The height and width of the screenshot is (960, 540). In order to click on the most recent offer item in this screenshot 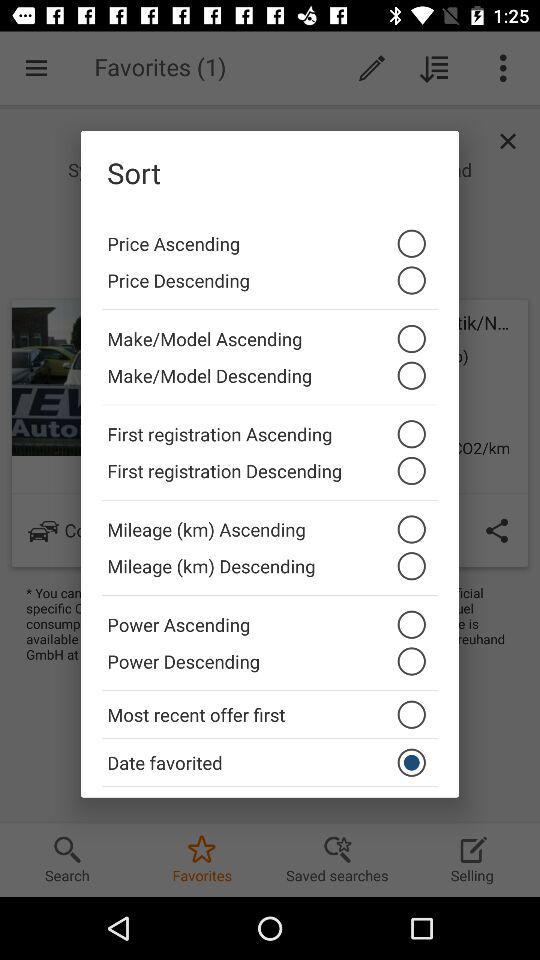, I will do `click(270, 714)`.